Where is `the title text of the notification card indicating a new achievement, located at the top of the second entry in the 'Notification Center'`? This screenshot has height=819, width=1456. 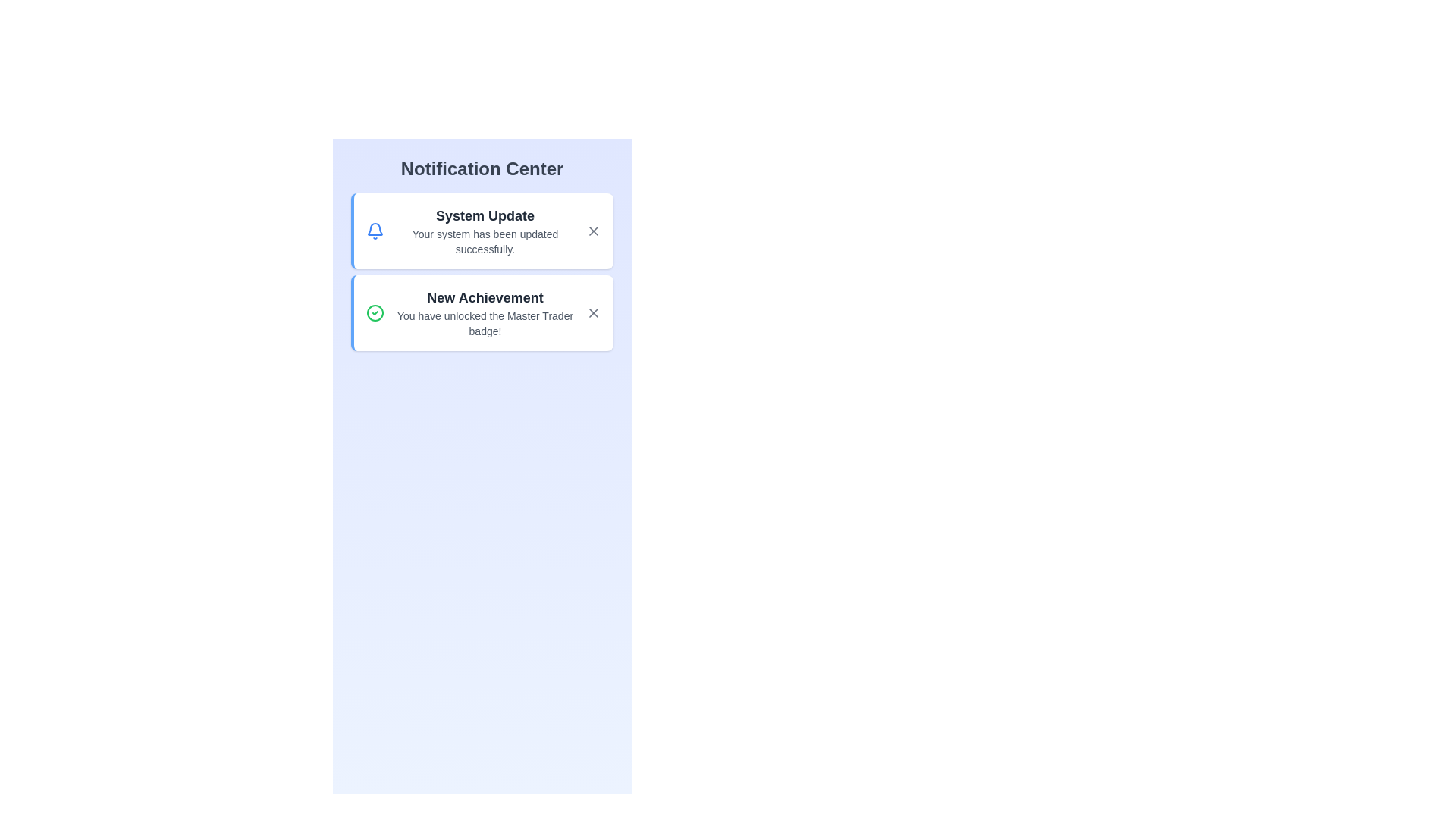 the title text of the notification card indicating a new achievement, located at the top of the second entry in the 'Notification Center' is located at coordinates (484, 298).